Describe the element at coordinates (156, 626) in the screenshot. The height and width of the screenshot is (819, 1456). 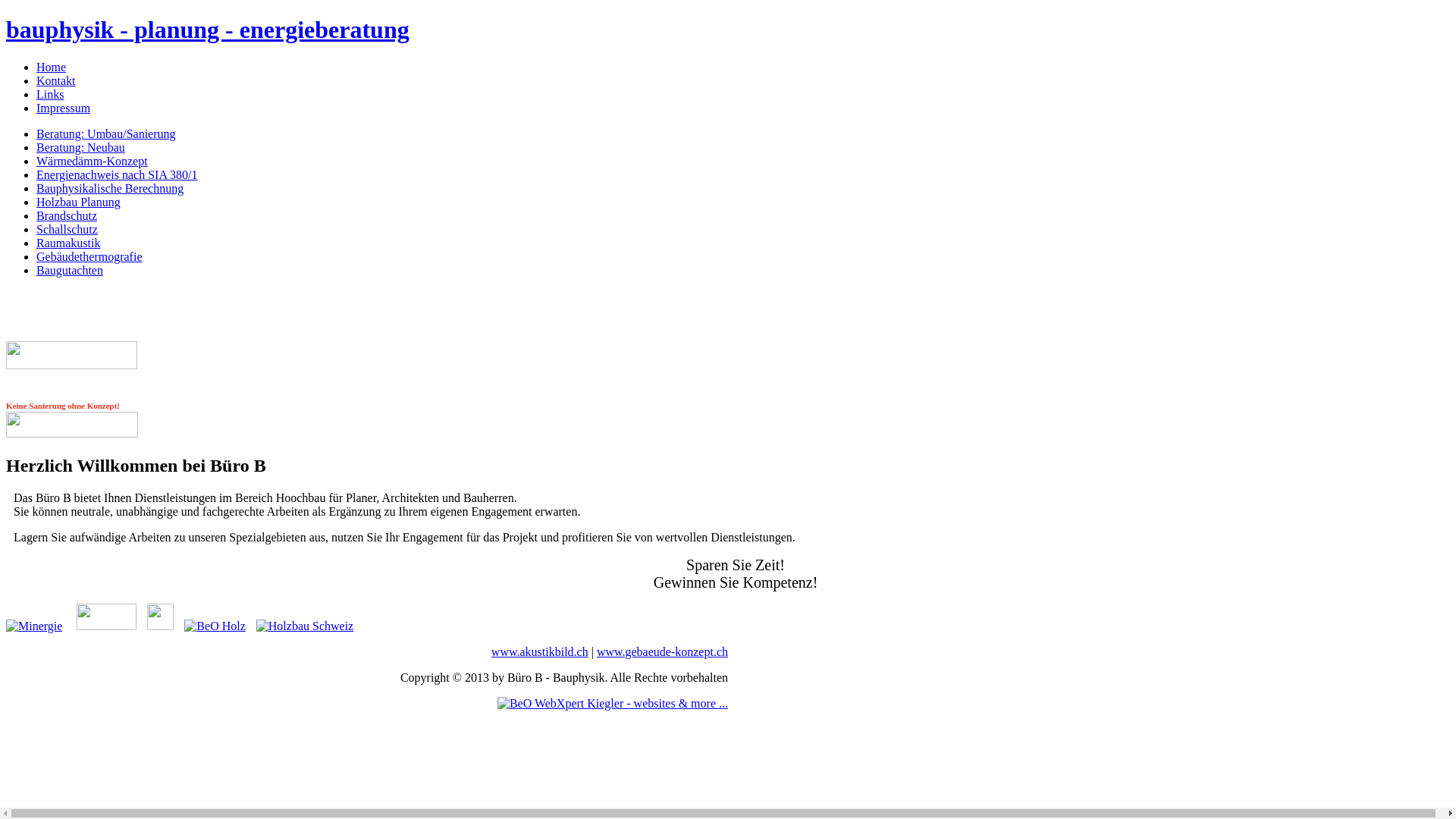
I see `'LIGNUM - Holzwirtschaft Schweiz'` at that location.